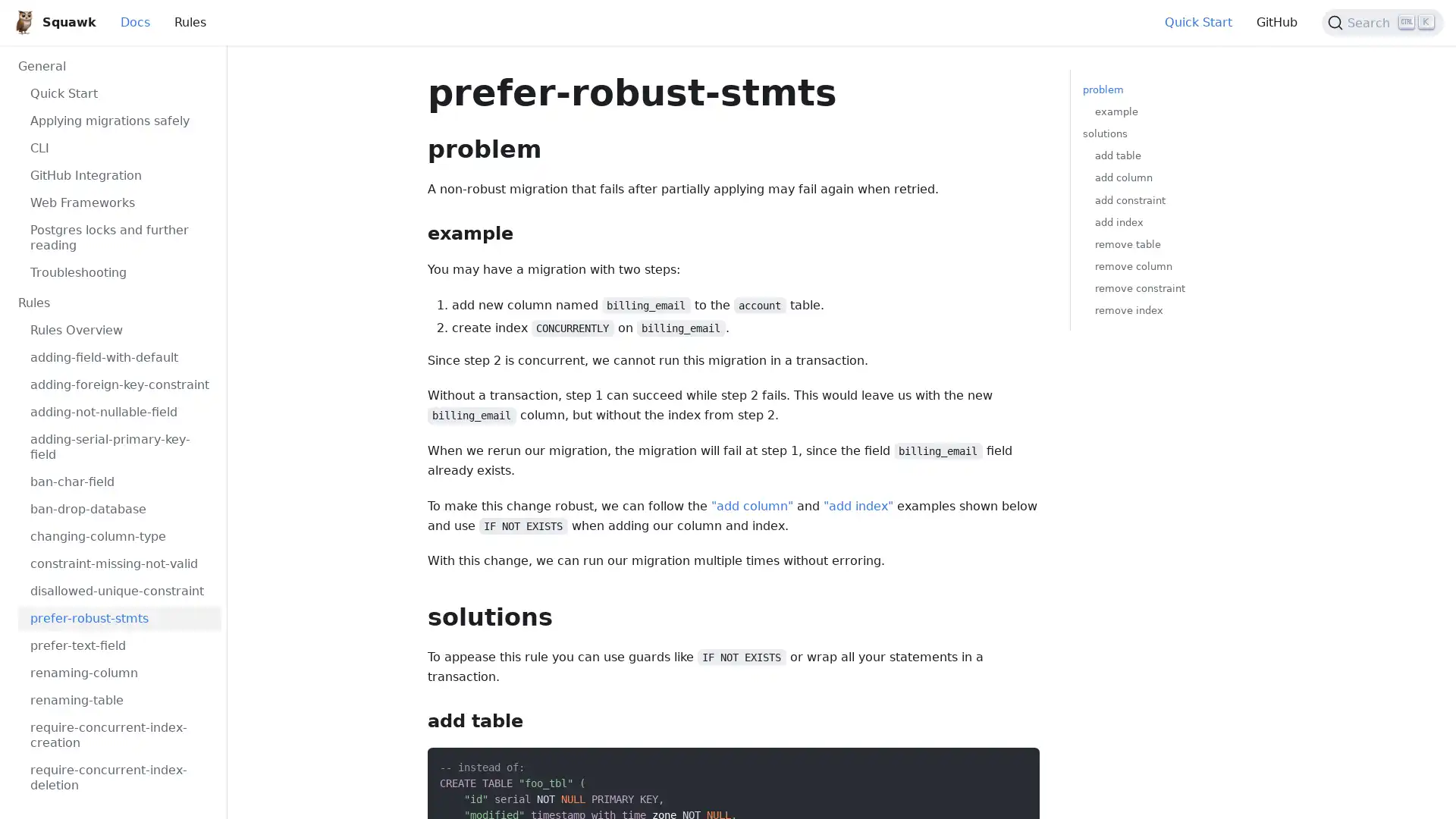 This screenshot has width=1456, height=819. What do you see at coordinates (1015, 764) in the screenshot?
I see `Copy code to clipboard` at bounding box center [1015, 764].